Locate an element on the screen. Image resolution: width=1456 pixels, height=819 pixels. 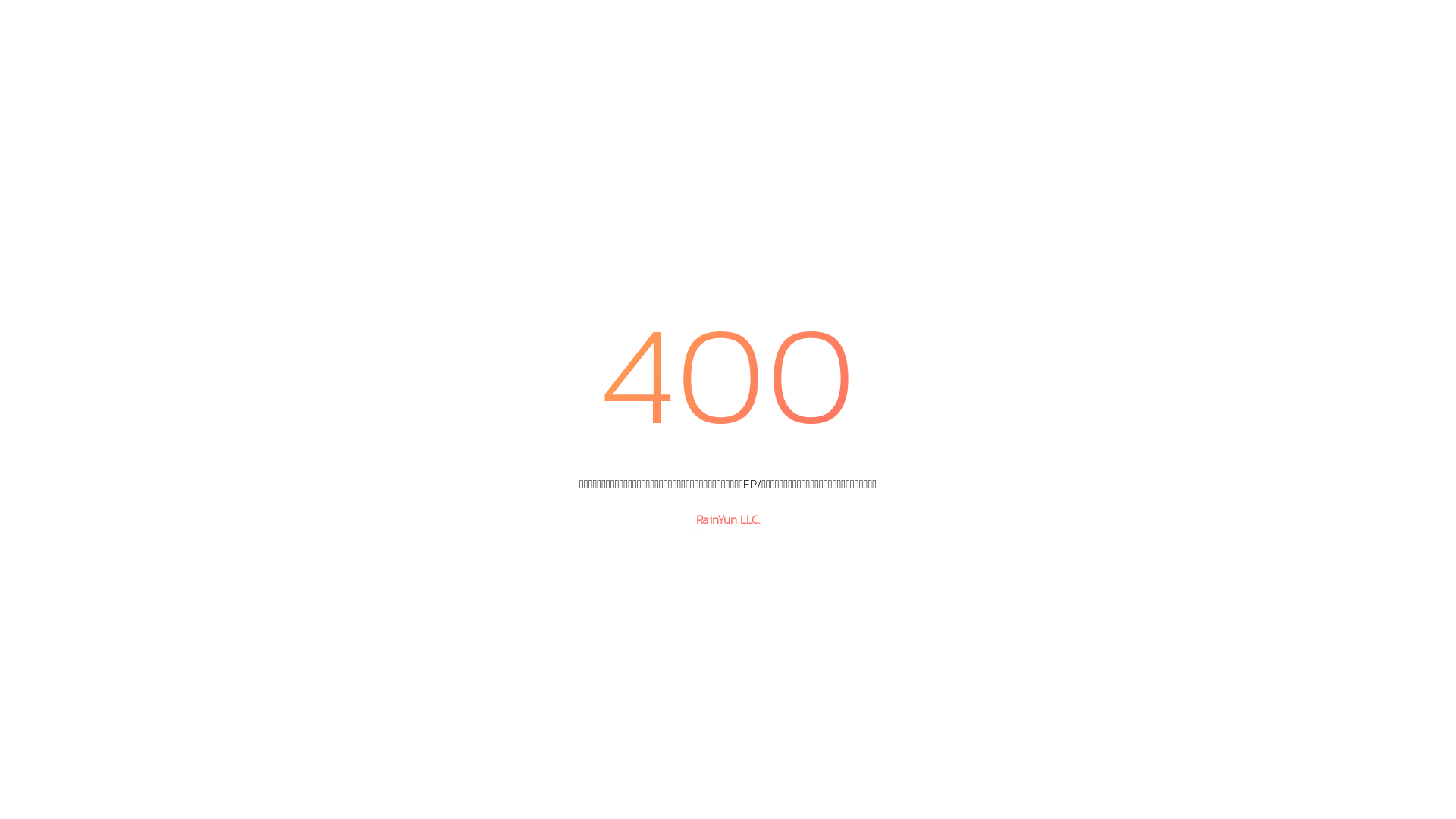
'RainYun LLC.' is located at coordinates (728, 519).